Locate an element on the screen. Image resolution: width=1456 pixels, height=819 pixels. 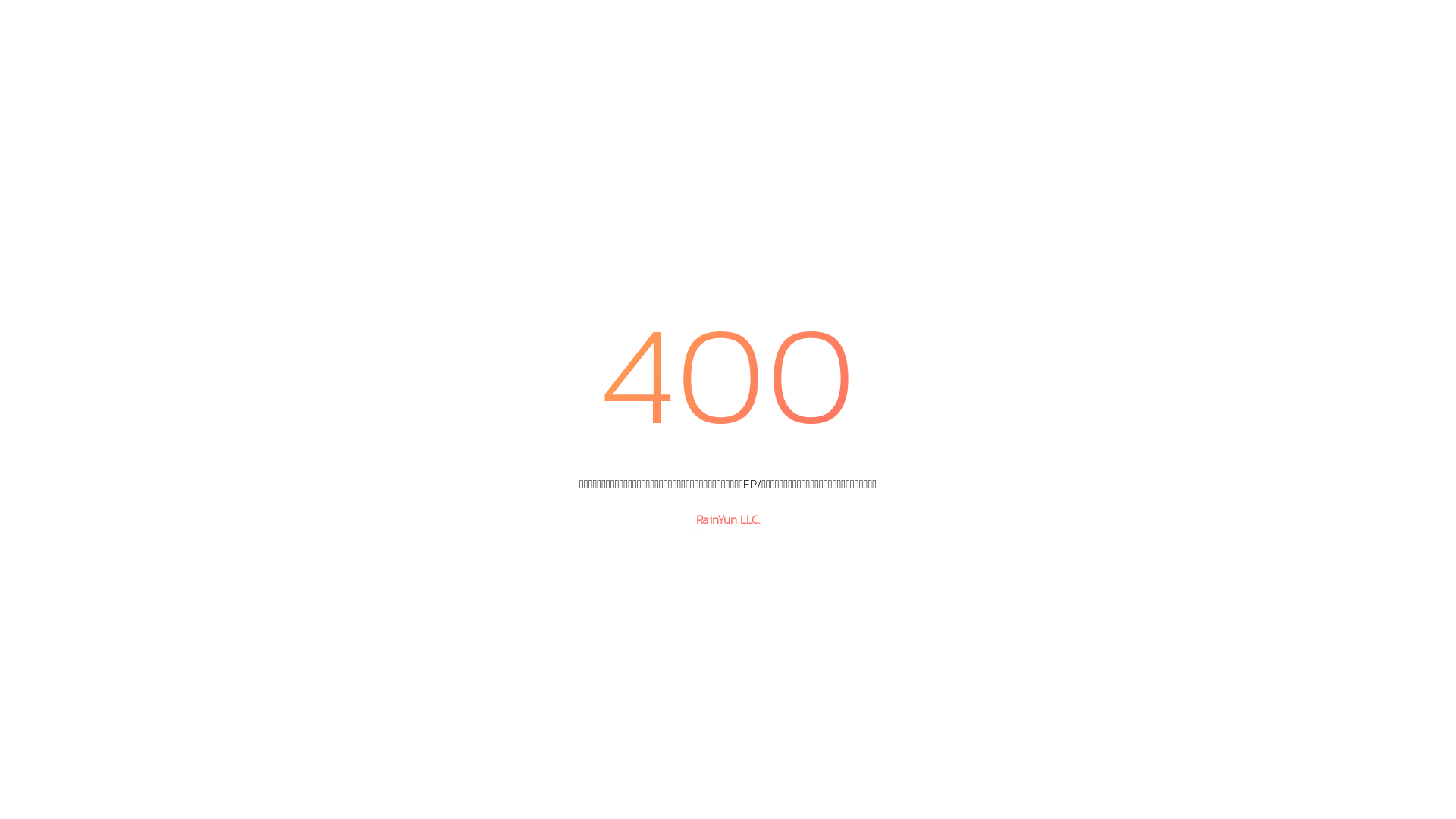
'RainYun LLC.' is located at coordinates (728, 519).